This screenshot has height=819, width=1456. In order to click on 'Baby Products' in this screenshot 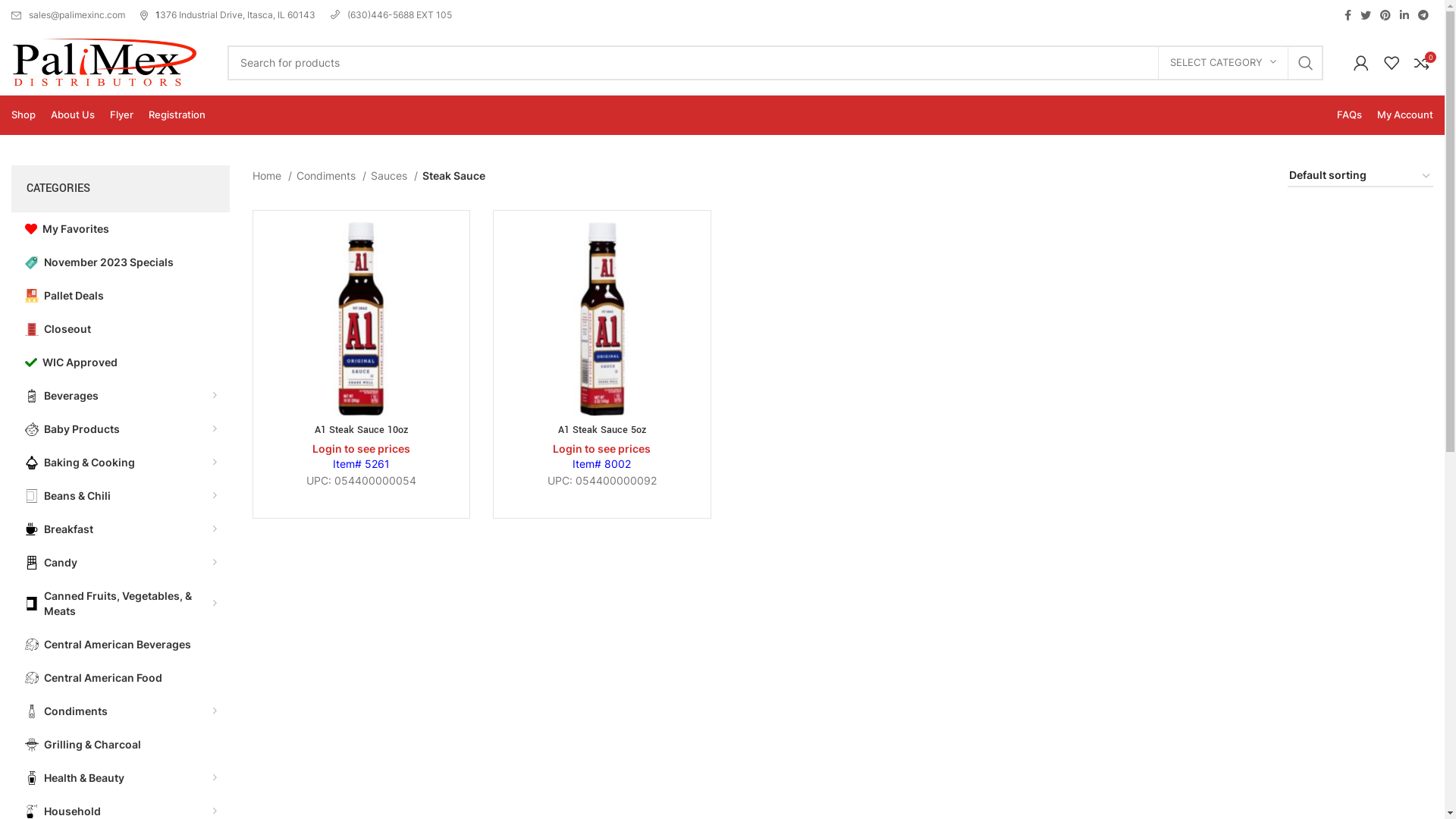, I will do `click(11, 429)`.